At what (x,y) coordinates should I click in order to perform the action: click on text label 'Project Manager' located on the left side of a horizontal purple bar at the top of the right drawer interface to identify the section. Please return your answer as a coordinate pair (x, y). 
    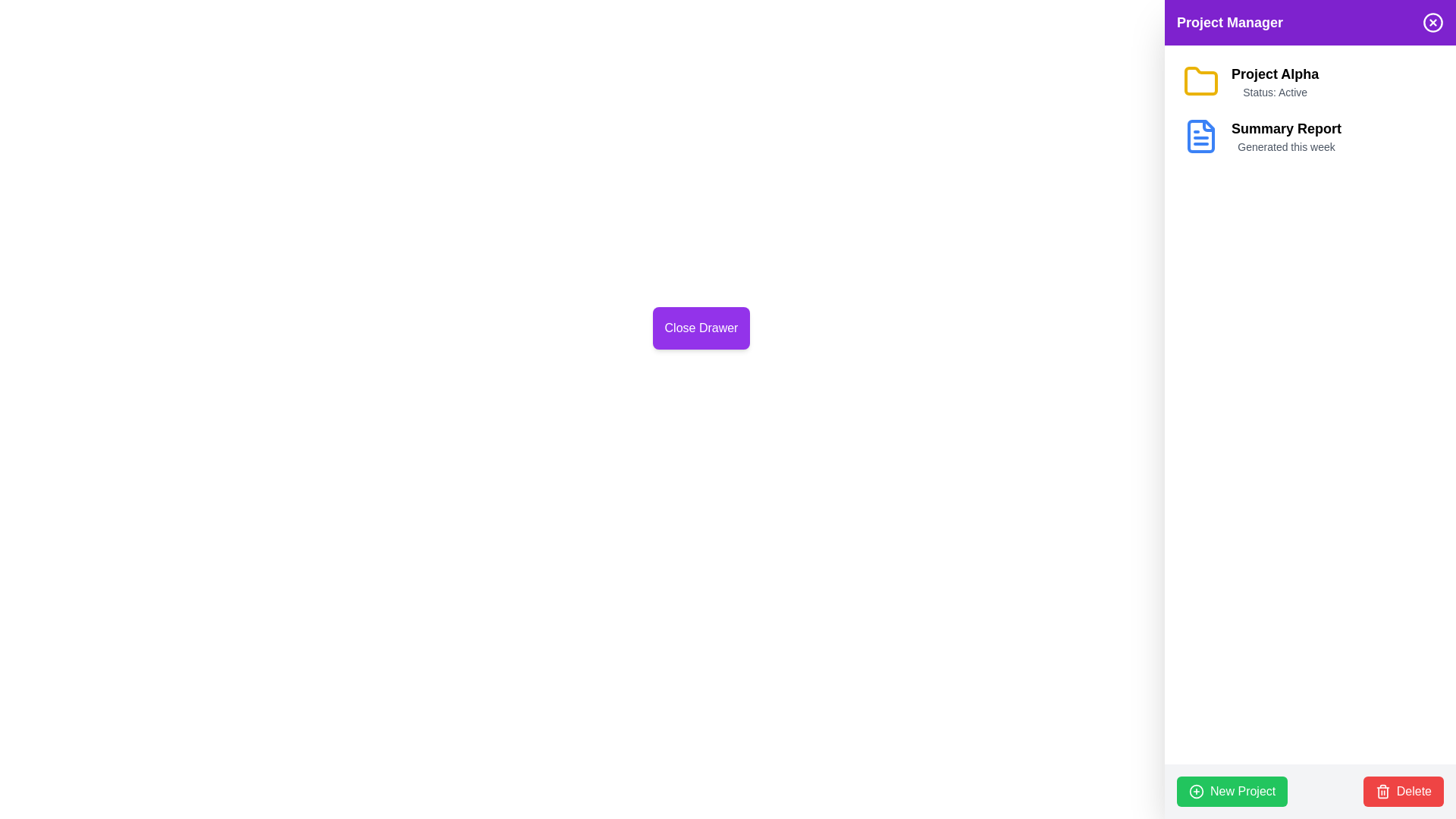
    Looking at the image, I should click on (1230, 23).